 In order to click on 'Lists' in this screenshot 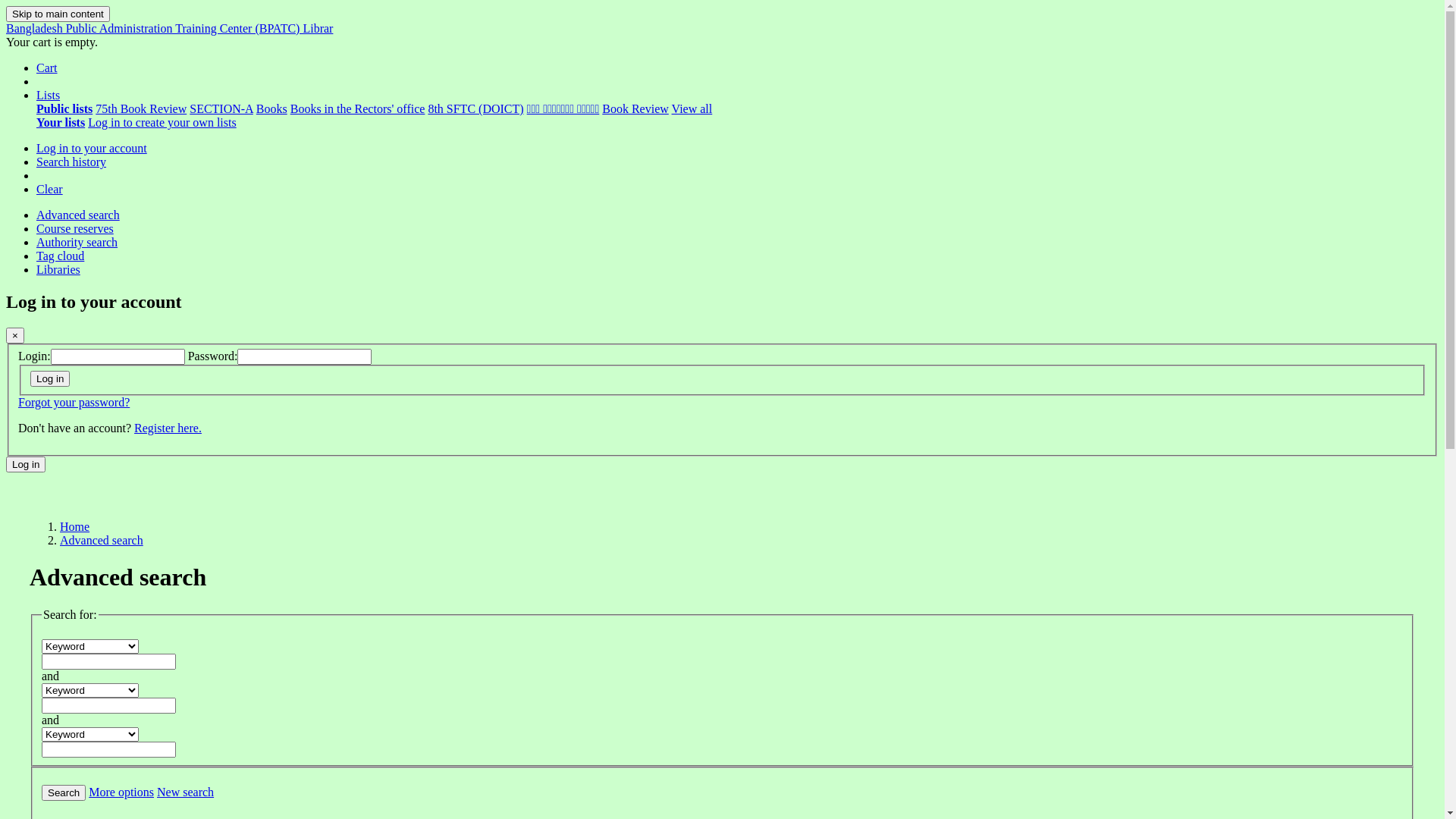, I will do `click(48, 95)`.